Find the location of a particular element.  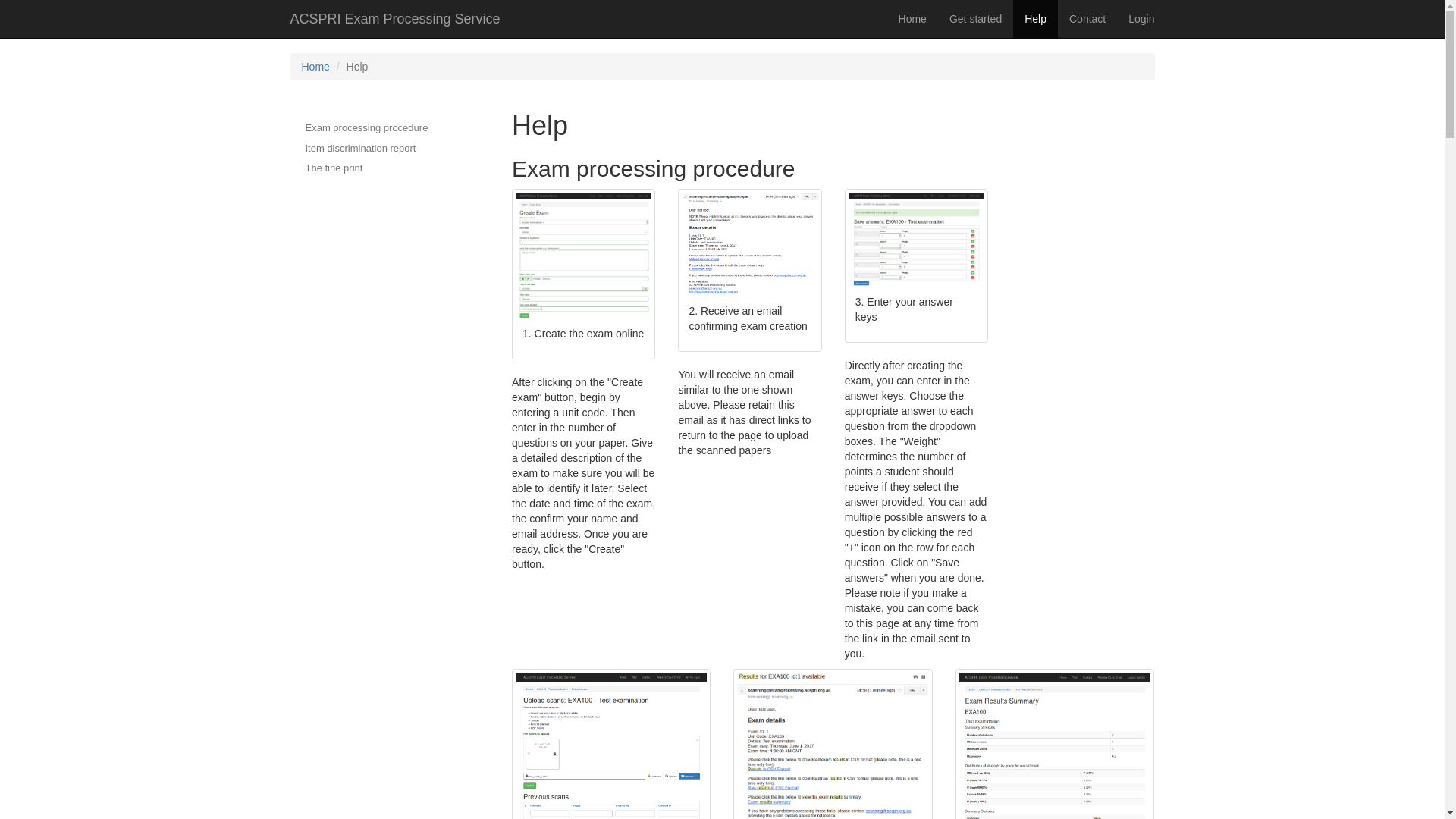

'Get started' is located at coordinates (975, 18).